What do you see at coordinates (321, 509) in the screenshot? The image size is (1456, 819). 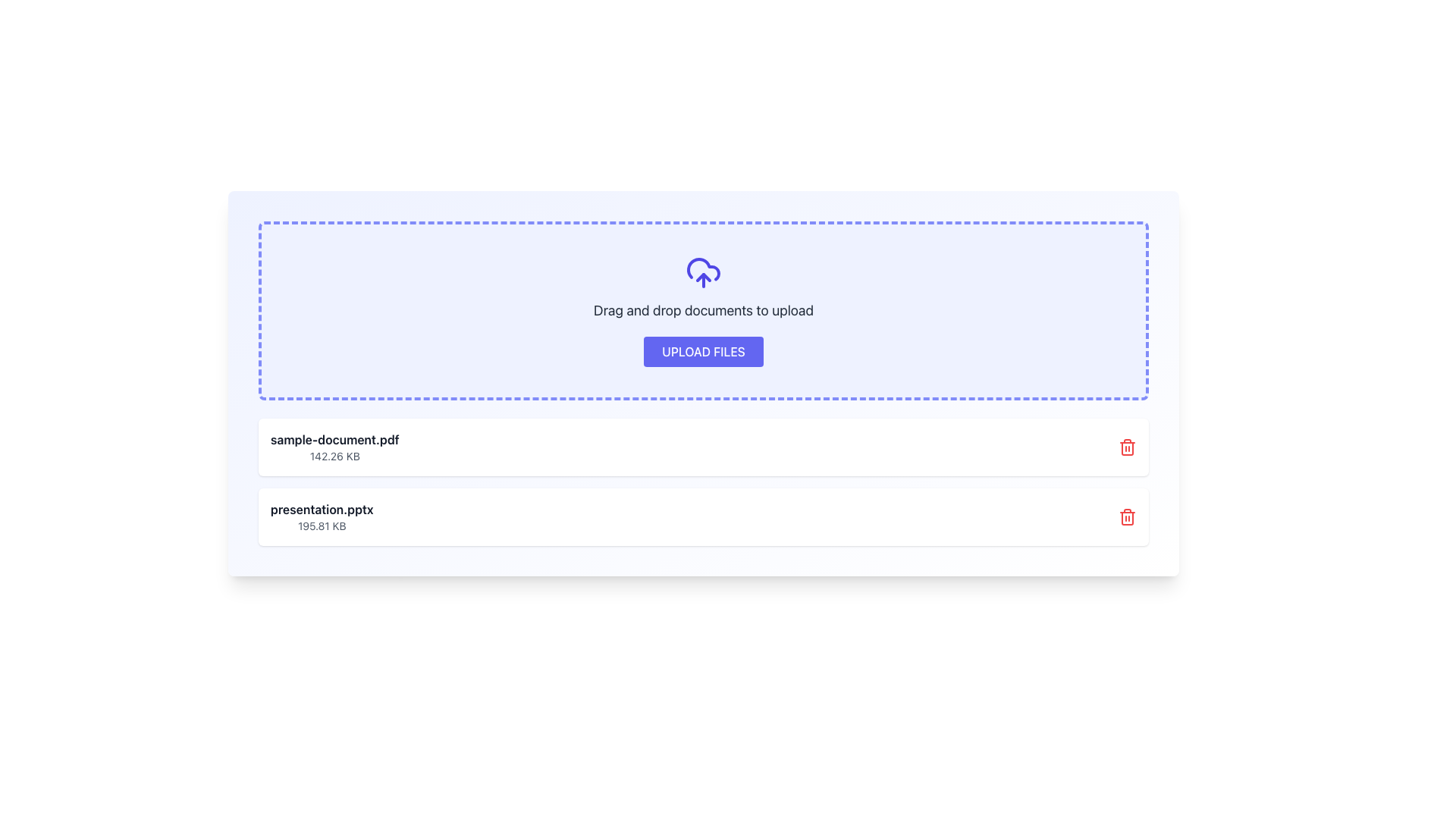 I see `the text label displaying the file name in the list of uploaded documents` at bounding box center [321, 509].